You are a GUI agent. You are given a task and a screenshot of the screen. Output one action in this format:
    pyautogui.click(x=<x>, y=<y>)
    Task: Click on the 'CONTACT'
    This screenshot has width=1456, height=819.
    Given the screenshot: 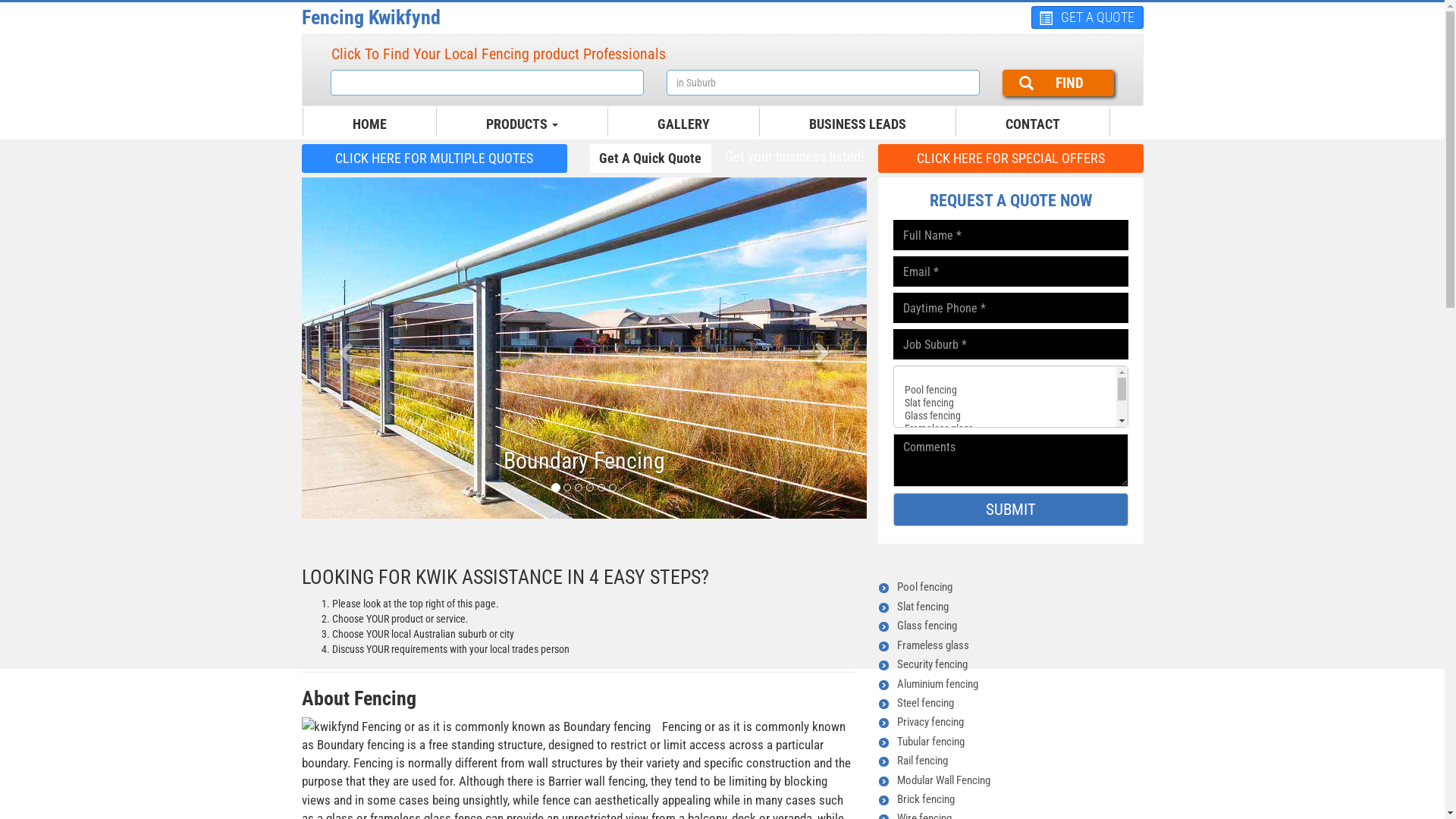 What is the action you would take?
    pyautogui.click(x=1031, y=124)
    